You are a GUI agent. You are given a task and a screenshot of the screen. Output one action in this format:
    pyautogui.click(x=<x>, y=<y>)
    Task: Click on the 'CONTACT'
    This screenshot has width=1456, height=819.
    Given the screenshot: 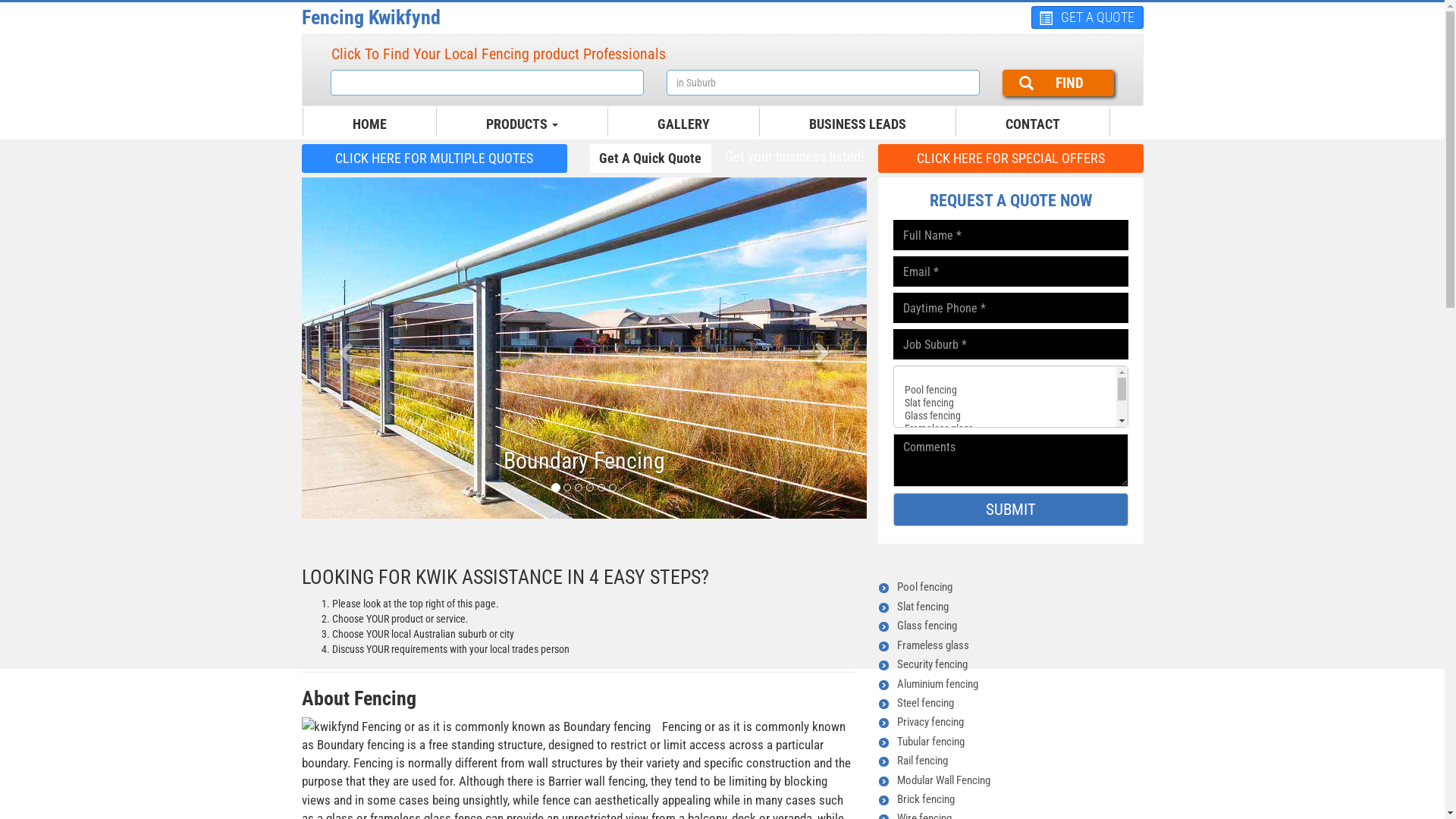 What is the action you would take?
    pyautogui.click(x=1031, y=124)
    